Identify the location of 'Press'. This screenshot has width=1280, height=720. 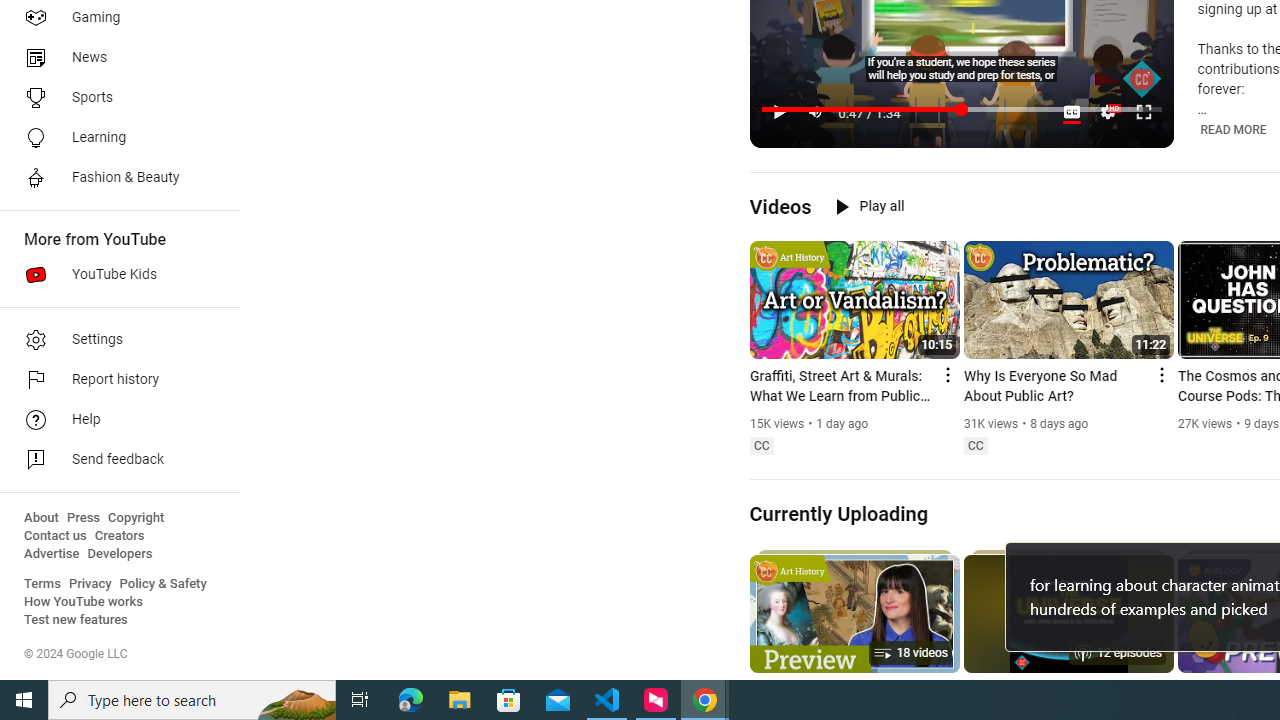
(82, 517).